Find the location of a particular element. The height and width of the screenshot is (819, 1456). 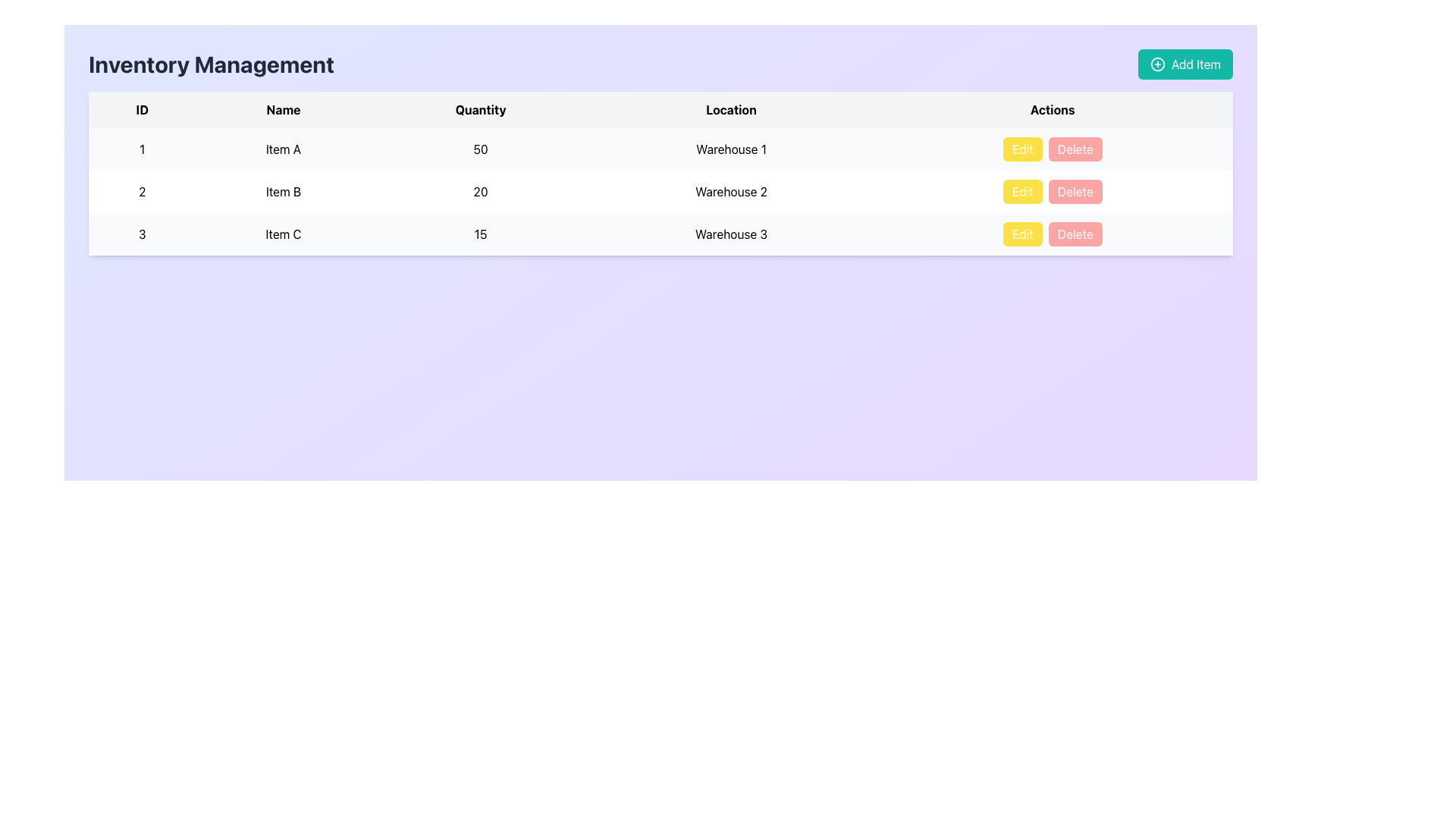

the 'Location' text label in the fourth column of the third row of the inventory table is located at coordinates (731, 234).